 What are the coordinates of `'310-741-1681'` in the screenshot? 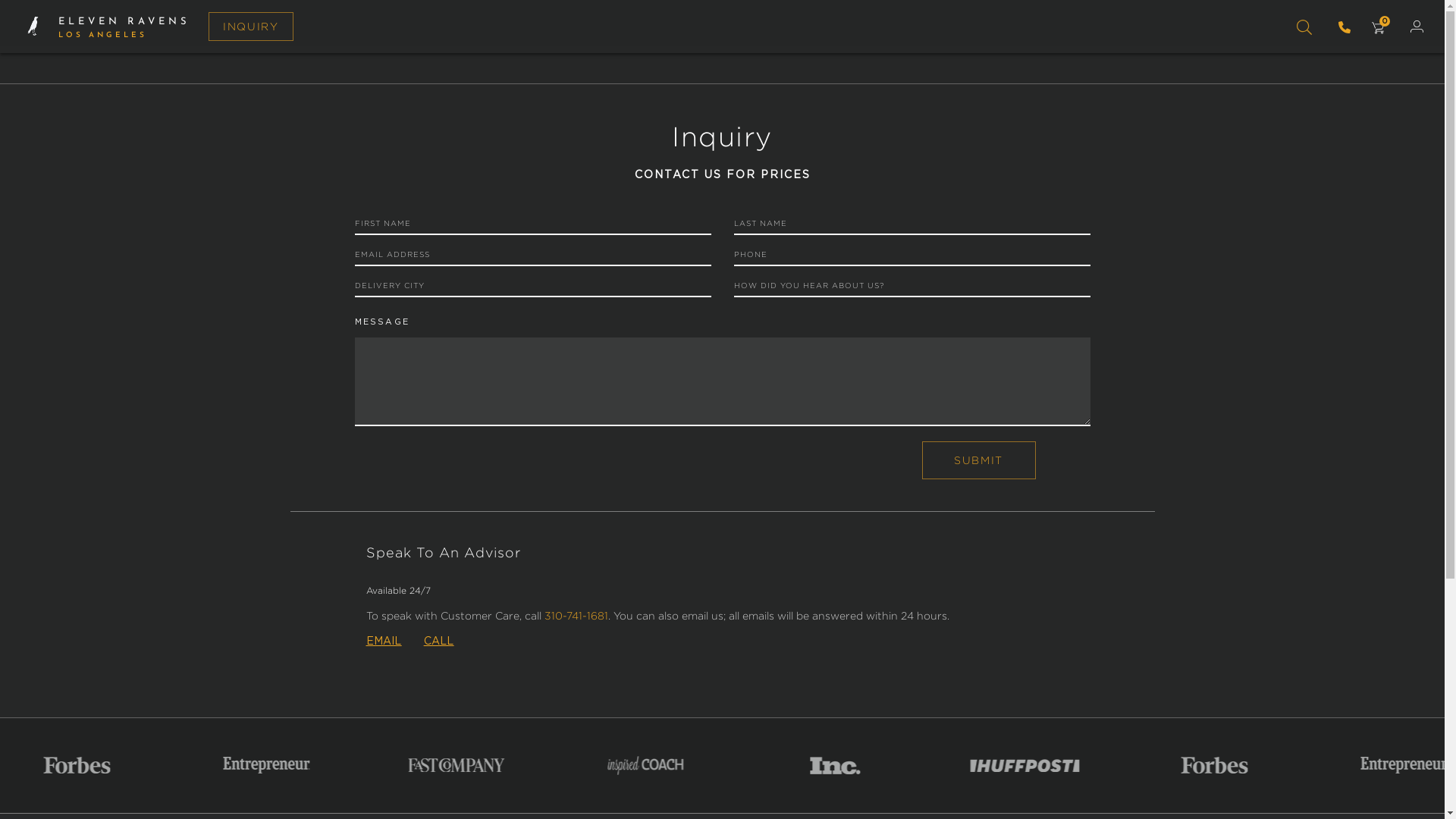 It's located at (544, 615).